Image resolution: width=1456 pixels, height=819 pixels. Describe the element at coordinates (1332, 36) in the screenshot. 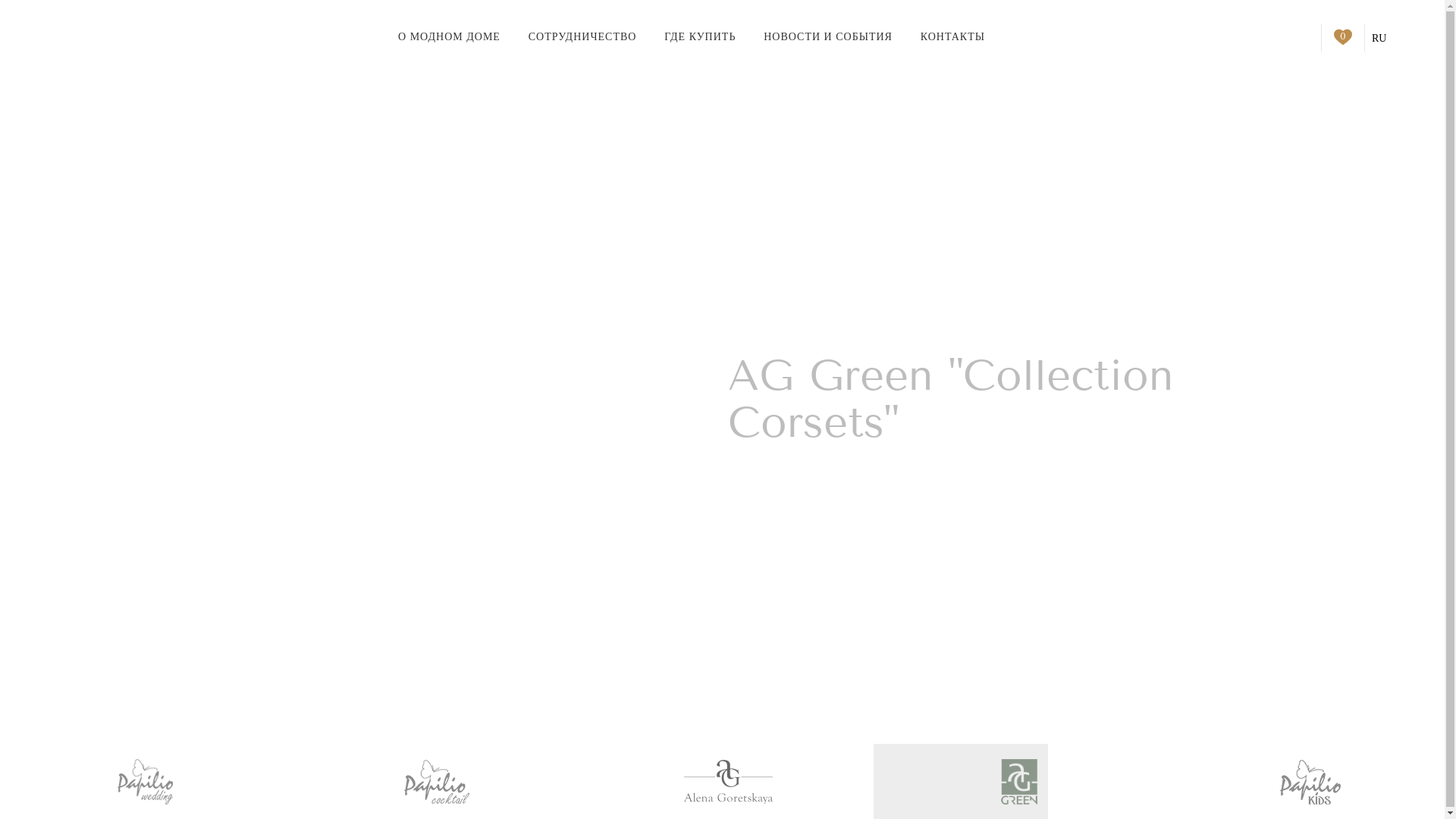

I see `'0'` at that location.